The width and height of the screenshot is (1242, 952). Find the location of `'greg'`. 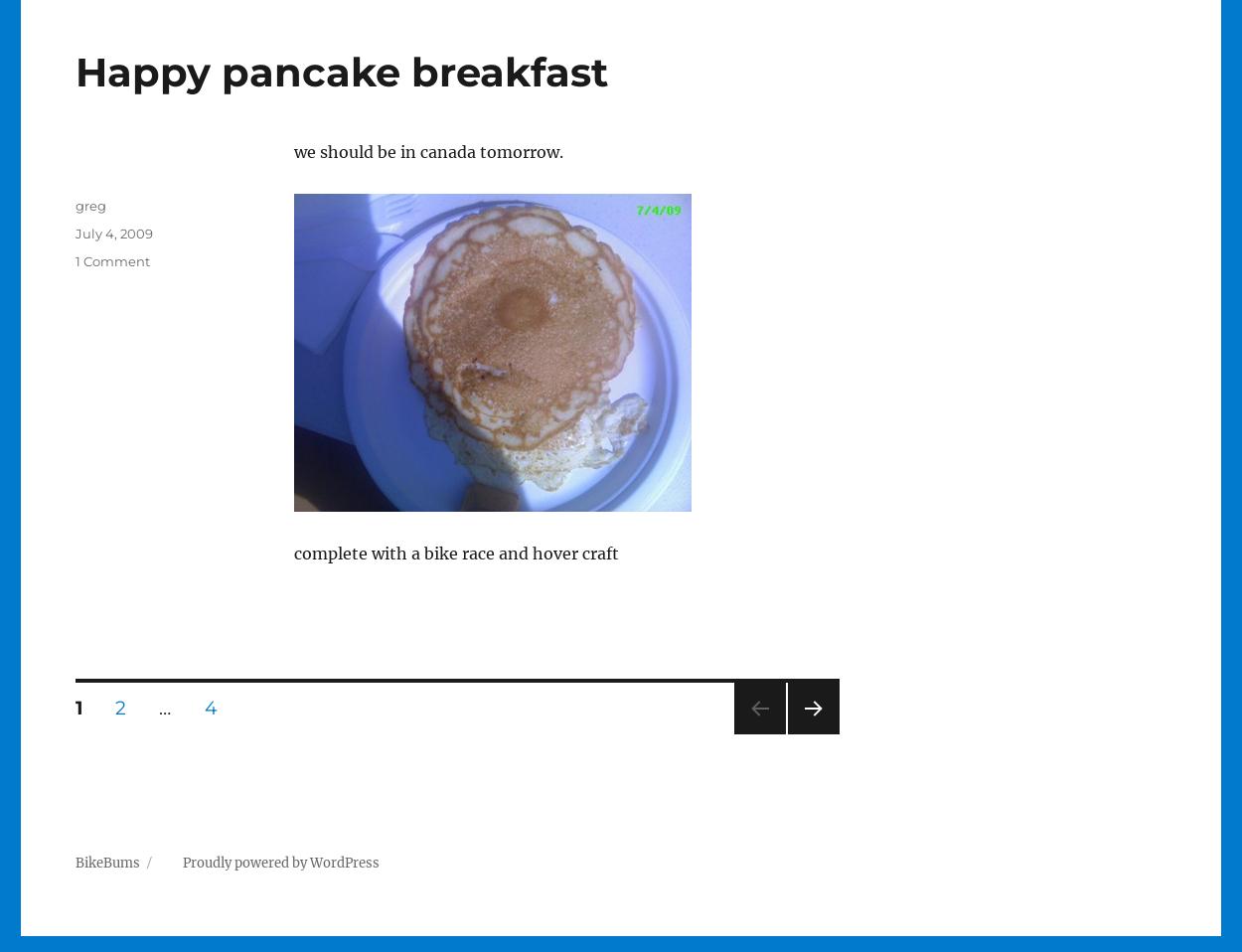

'greg' is located at coordinates (74, 205).